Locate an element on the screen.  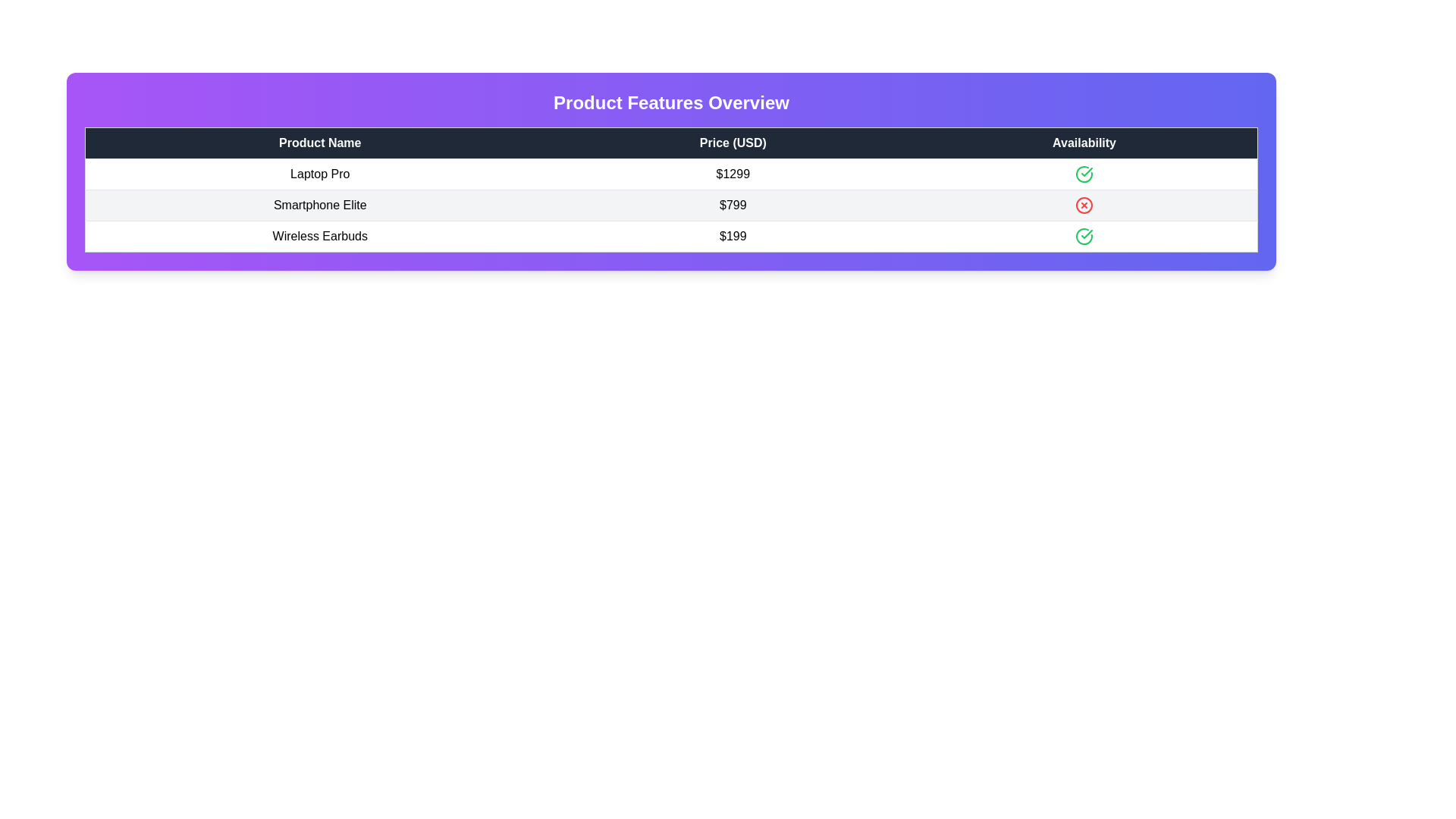
the text label reading 'Wireless Earbuds', which is centered in the third row of the table under the 'Product Name' column is located at coordinates (319, 237).